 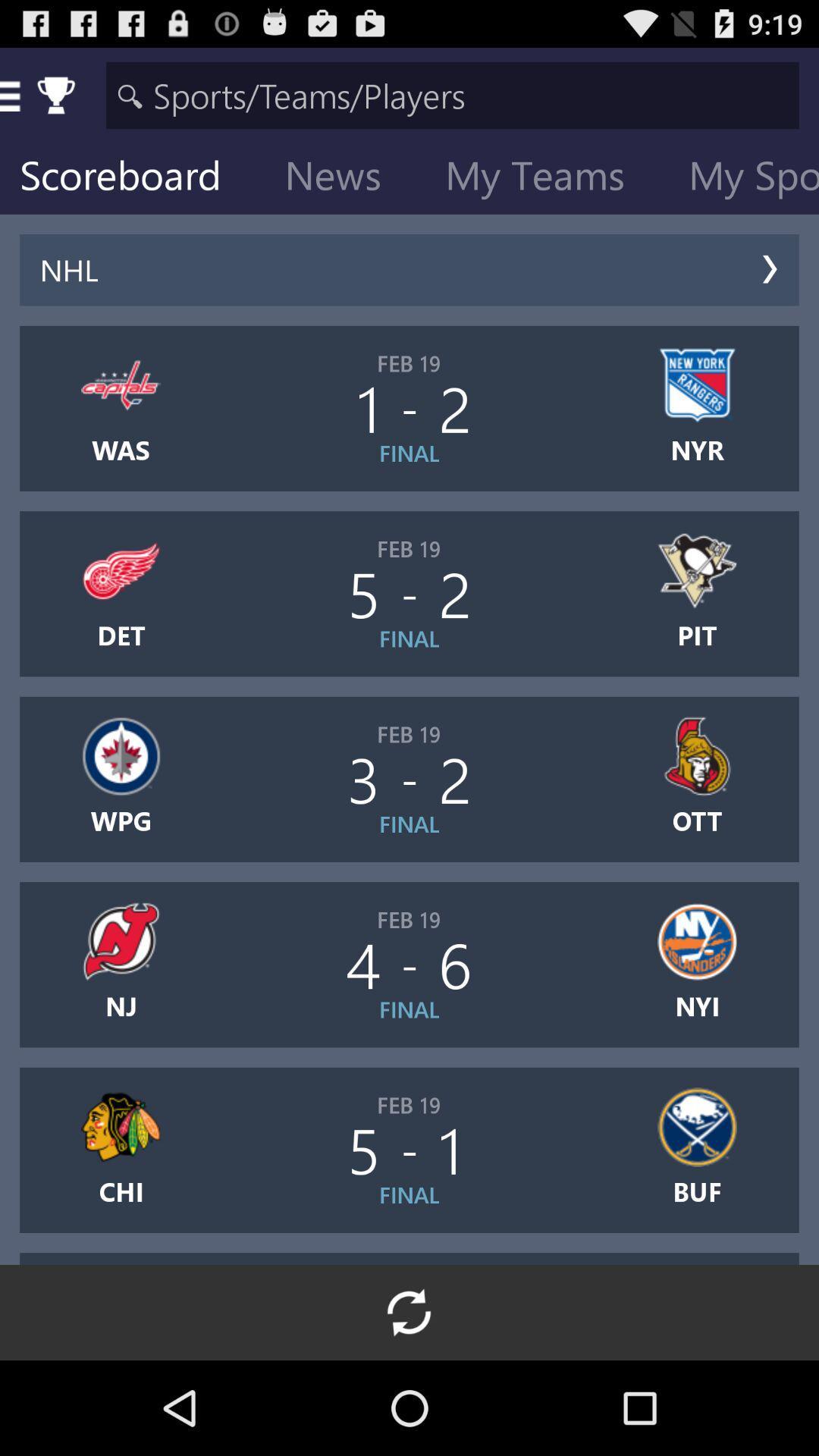 What do you see at coordinates (452, 94) in the screenshot?
I see `to search bar` at bounding box center [452, 94].